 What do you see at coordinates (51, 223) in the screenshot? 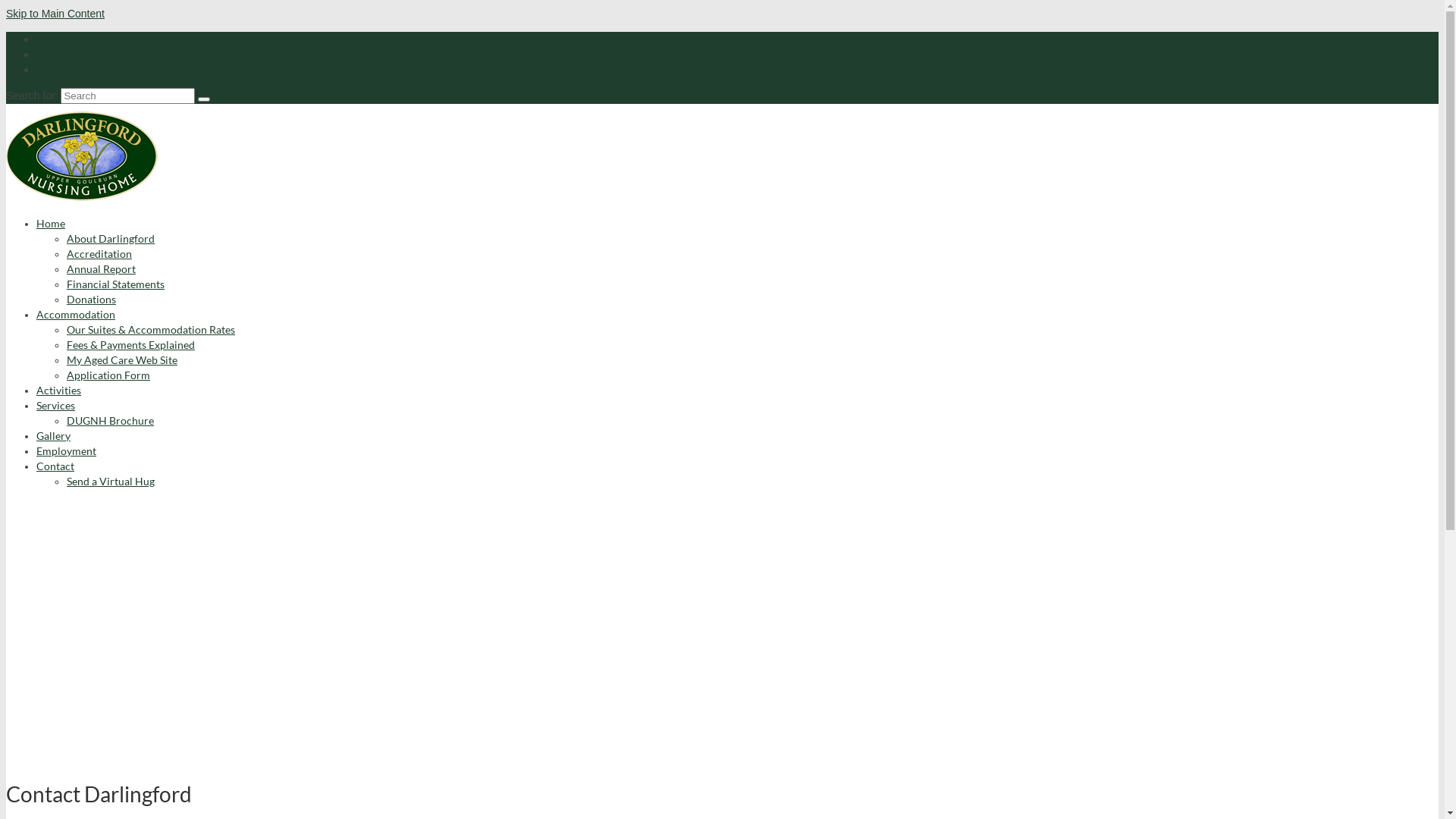
I see `'Home'` at bounding box center [51, 223].